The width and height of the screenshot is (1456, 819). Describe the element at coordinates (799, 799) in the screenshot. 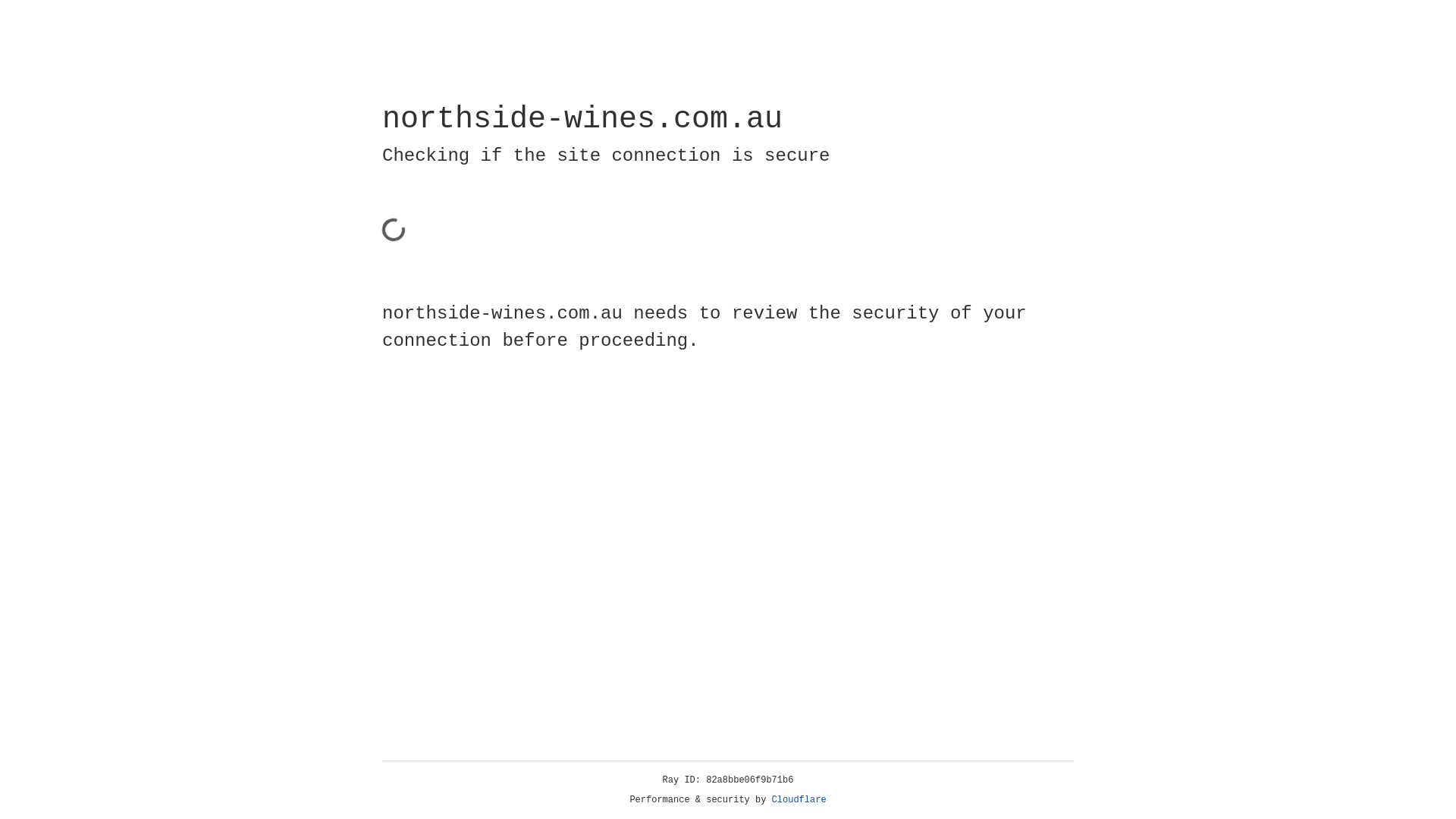

I see `'Cloudflare'` at that location.